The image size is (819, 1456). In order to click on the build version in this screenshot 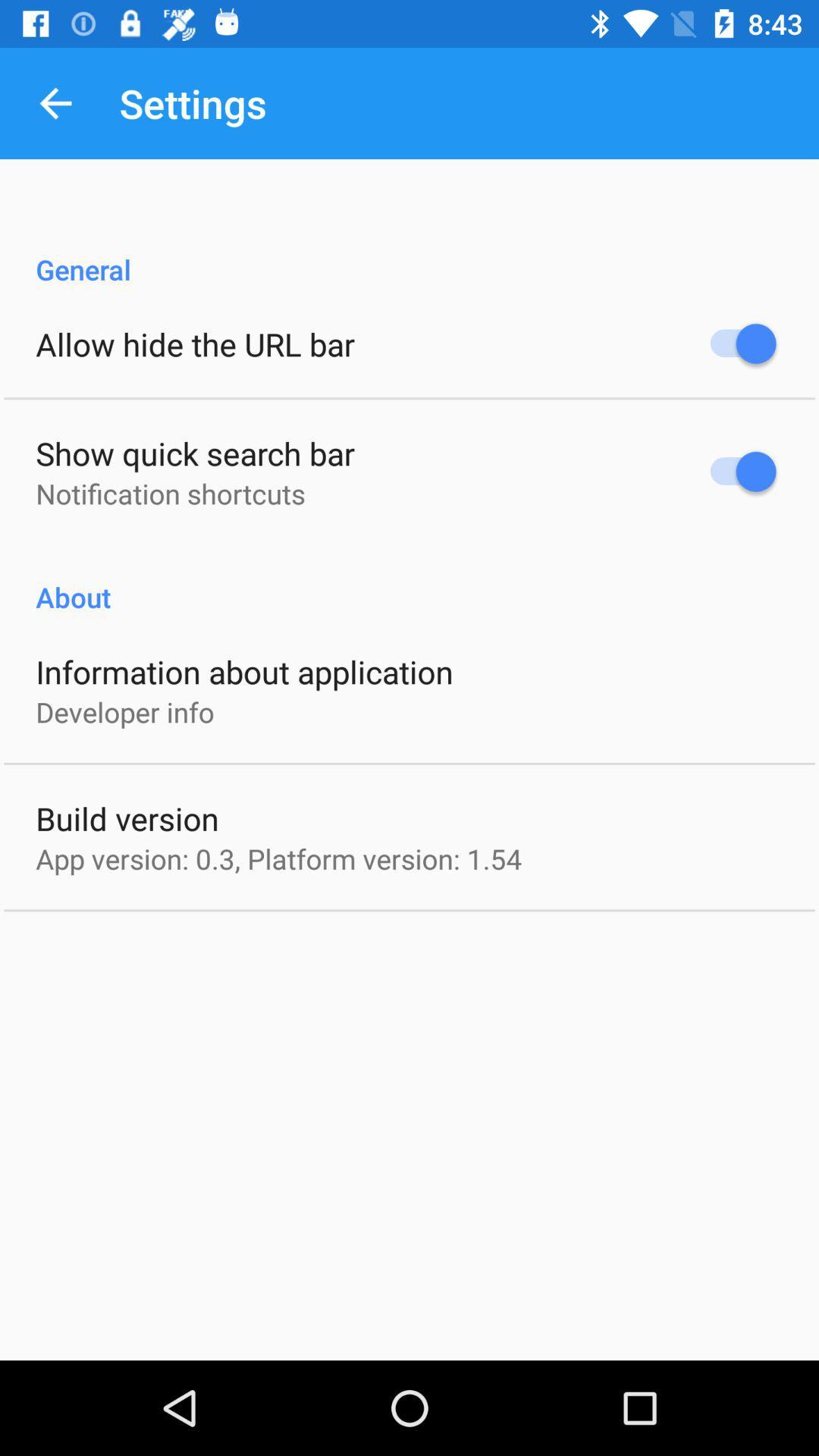, I will do `click(127, 817)`.